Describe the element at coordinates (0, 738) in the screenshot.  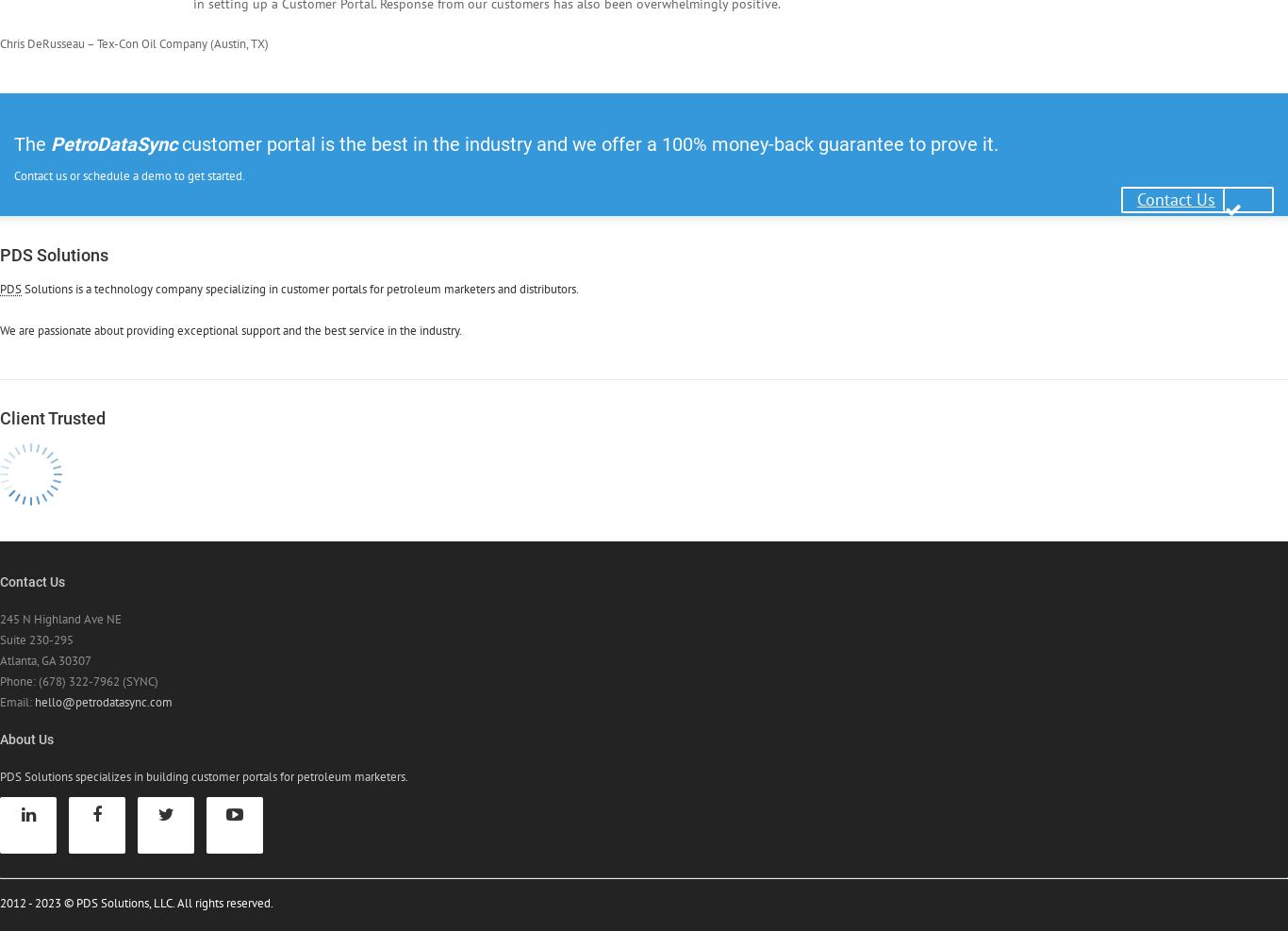
I see `'About us'` at that location.